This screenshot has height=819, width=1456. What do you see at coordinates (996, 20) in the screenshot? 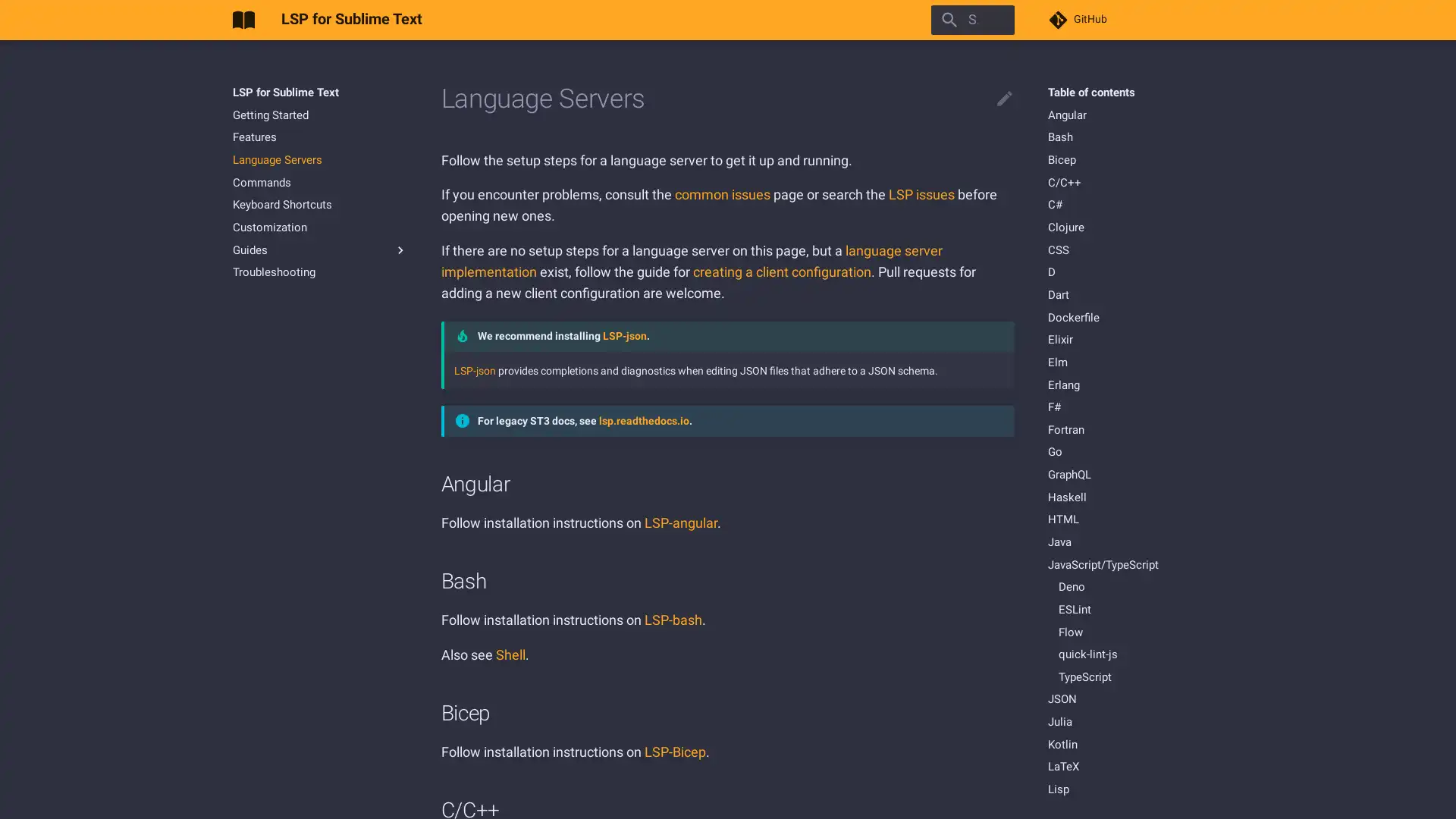
I see `Clear` at bounding box center [996, 20].